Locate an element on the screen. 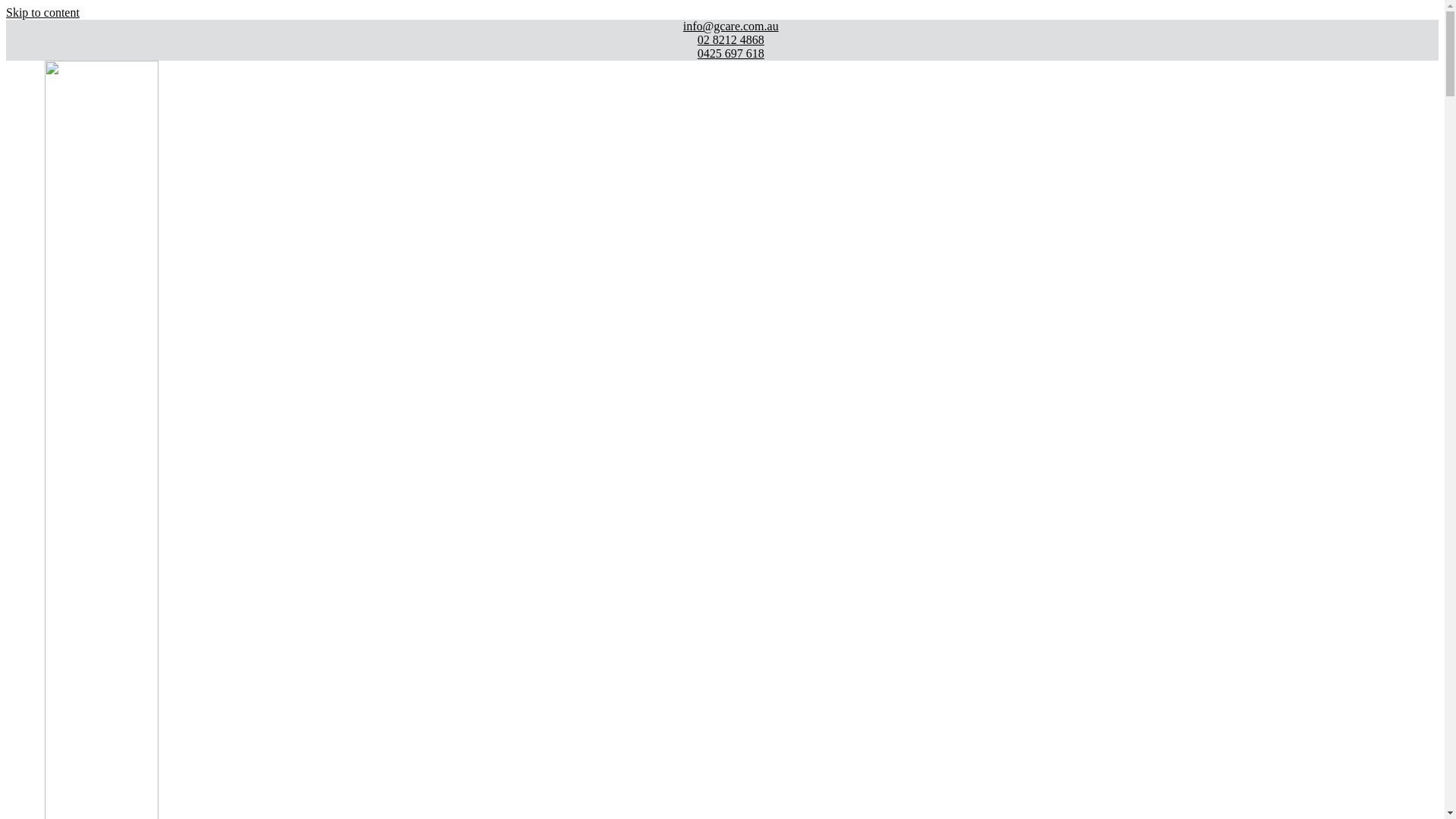  'Skip to content' is located at coordinates (6, 12).